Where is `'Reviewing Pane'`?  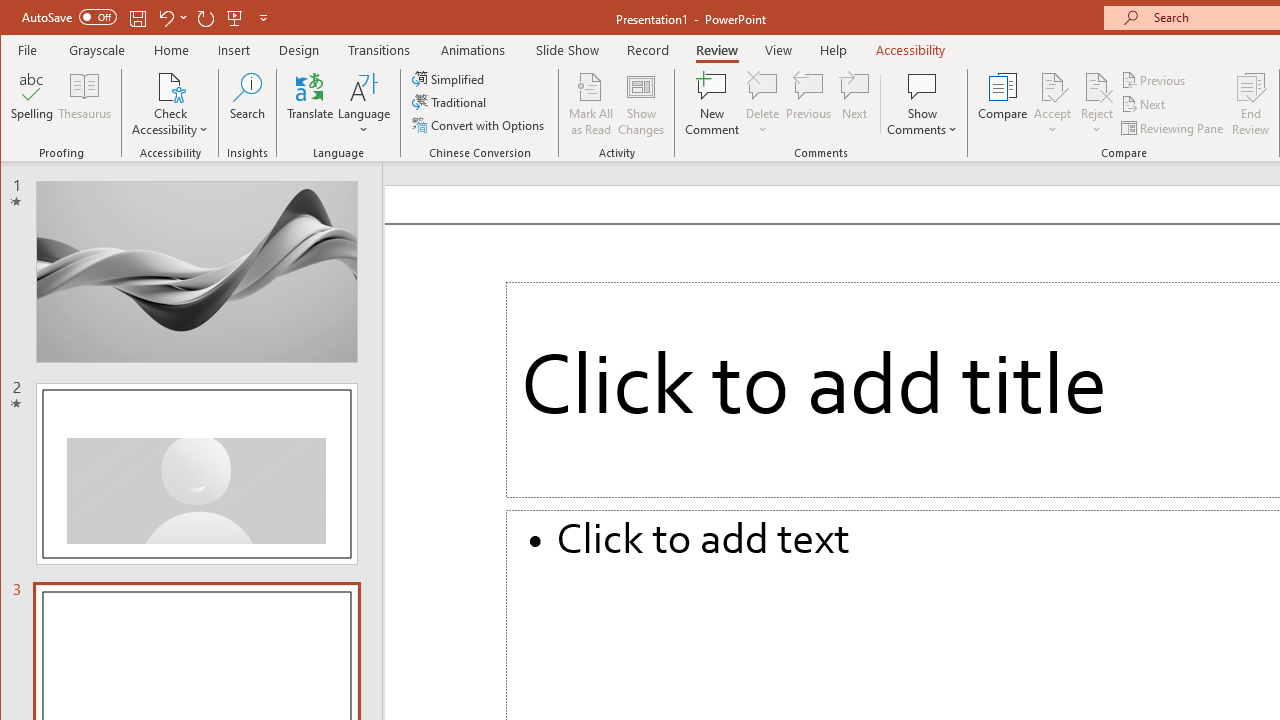 'Reviewing Pane' is located at coordinates (1173, 128).